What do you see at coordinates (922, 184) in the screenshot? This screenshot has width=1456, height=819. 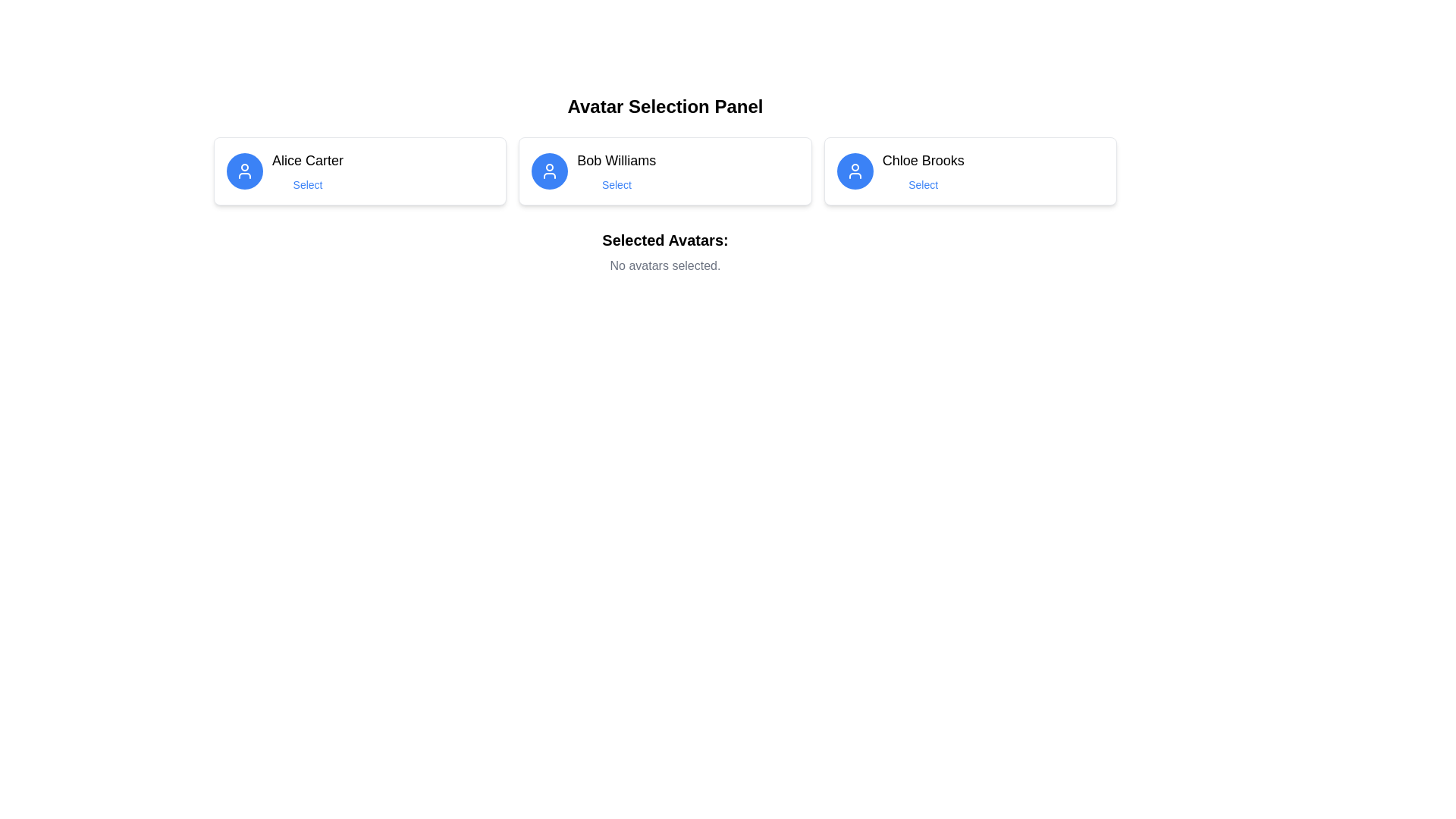 I see `the 'Select' button styled in blue and underlined within the user card for 'Chloe Brooks'` at bounding box center [922, 184].